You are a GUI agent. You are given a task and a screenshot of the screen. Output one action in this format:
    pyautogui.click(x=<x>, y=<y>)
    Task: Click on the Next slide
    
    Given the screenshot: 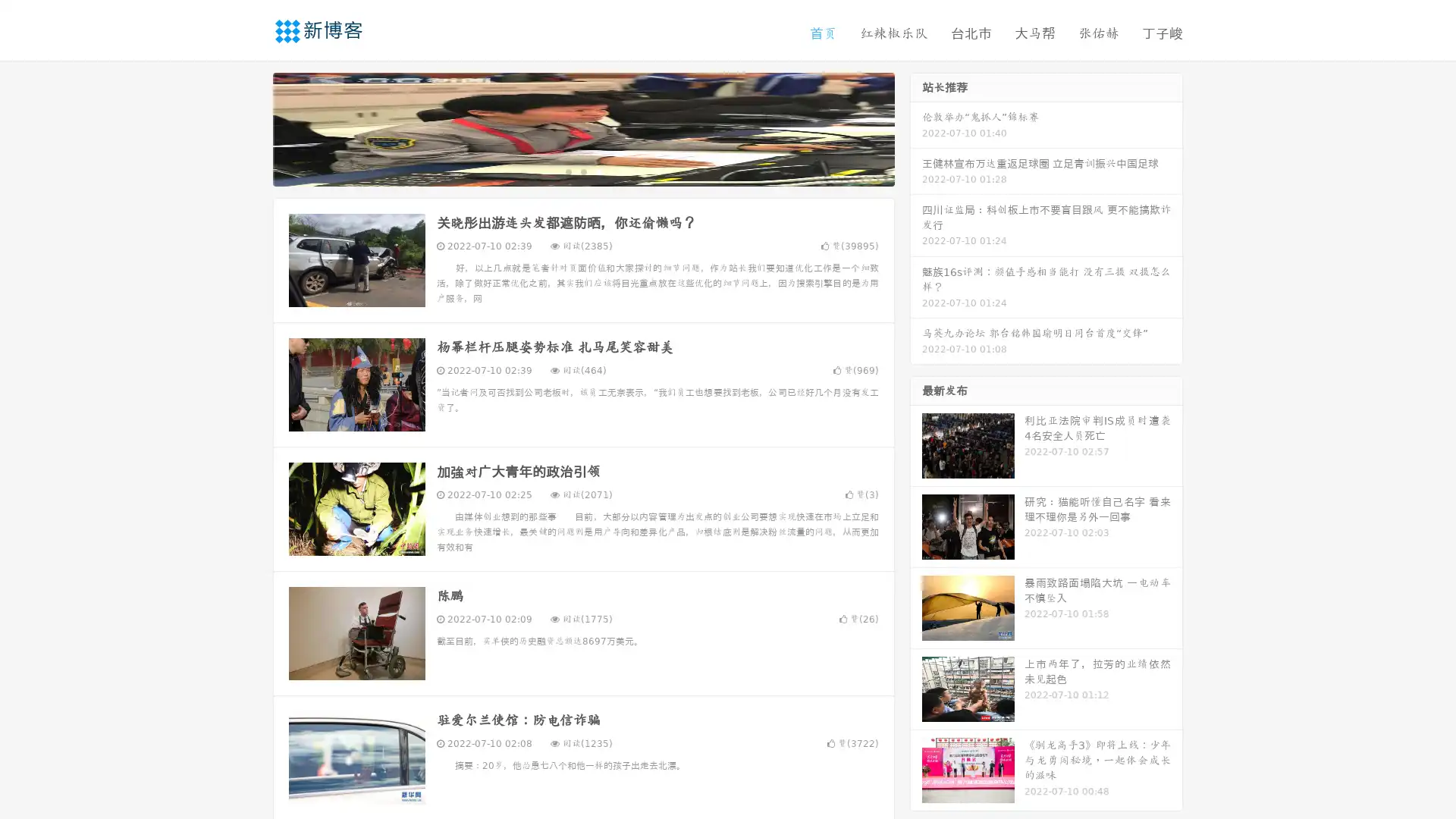 What is the action you would take?
    pyautogui.click(x=916, y=127)
    